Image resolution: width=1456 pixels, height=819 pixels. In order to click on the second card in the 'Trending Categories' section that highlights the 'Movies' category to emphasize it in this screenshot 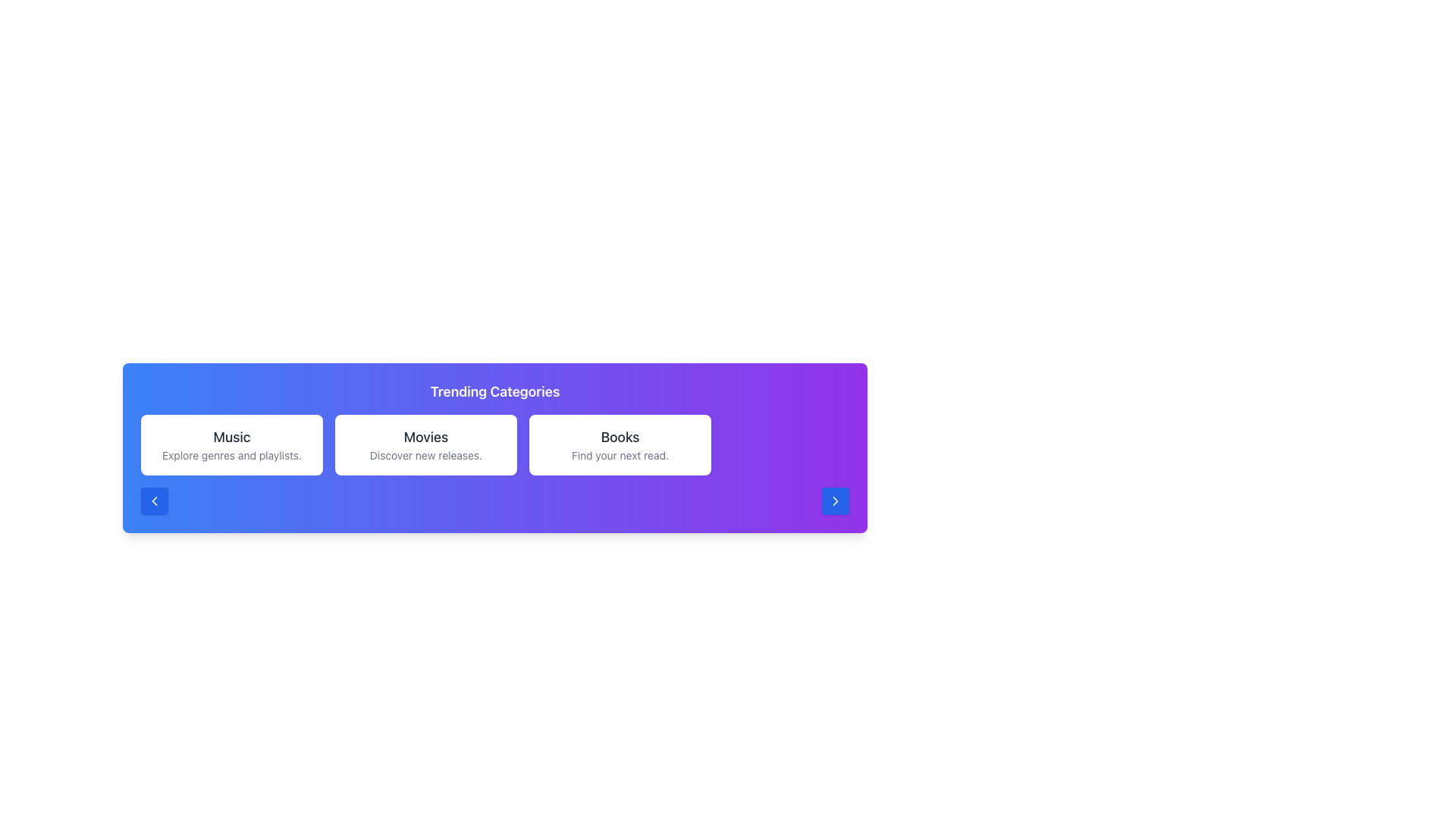, I will do `click(494, 444)`.